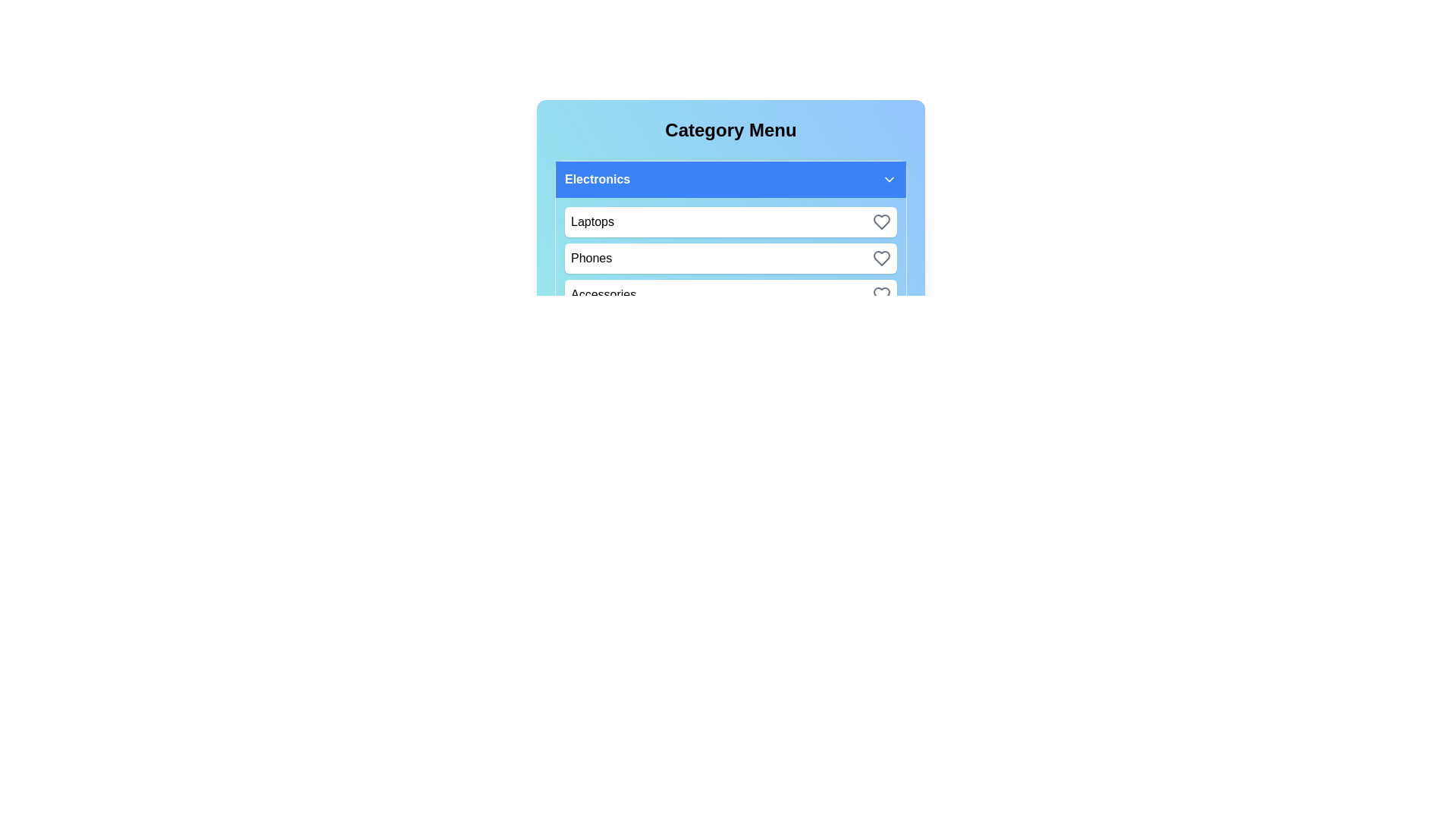 This screenshot has height=819, width=1456. What do you see at coordinates (591, 257) in the screenshot?
I see `text displayed in the text label that shows the word 'Phones', which is styled in black and positioned under the 'Laptops' item in the Electronics category` at bounding box center [591, 257].